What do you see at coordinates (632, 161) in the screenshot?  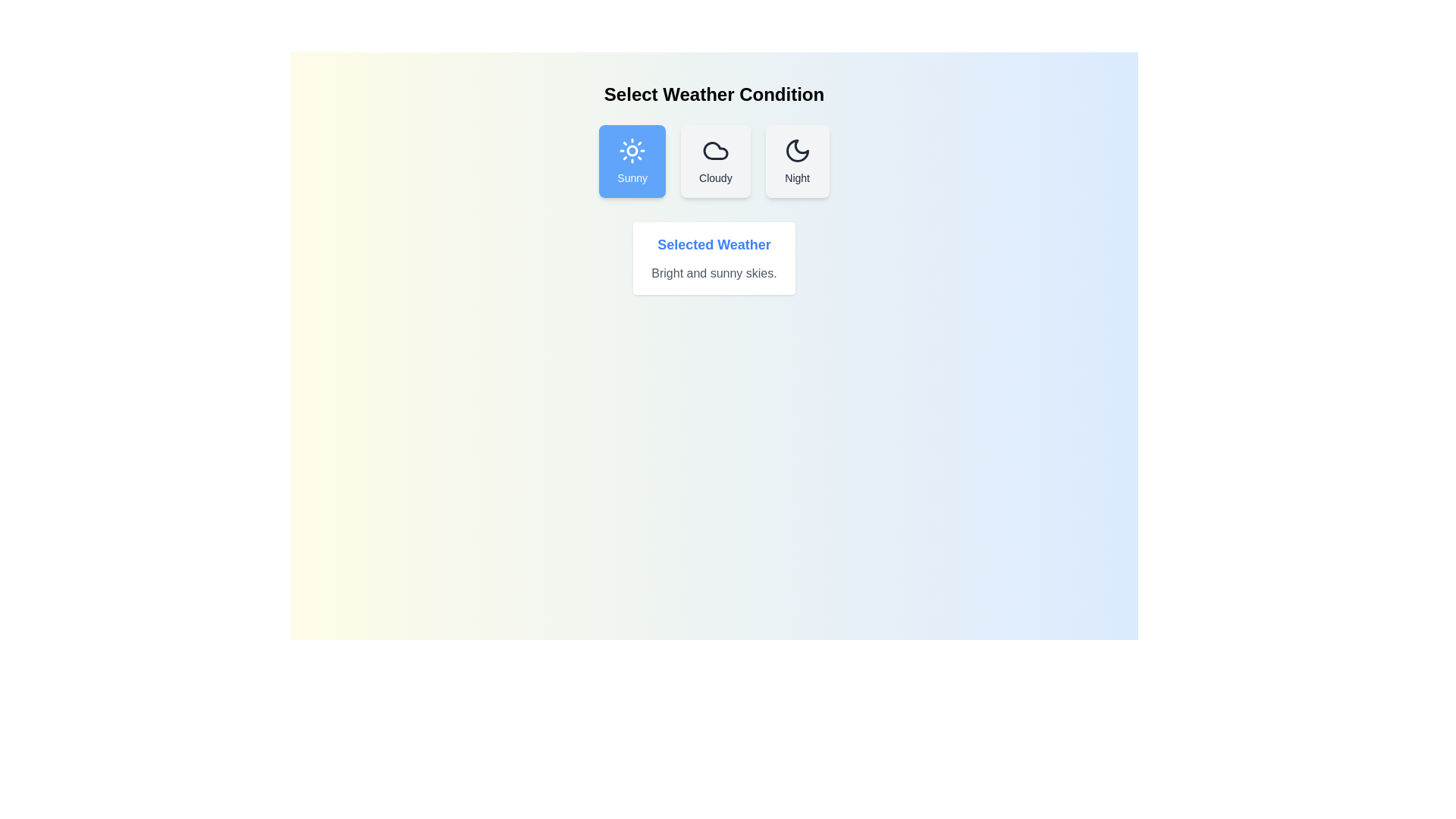 I see `the weather condition button corresponding to Sunny` at bounding box center [632, 161].